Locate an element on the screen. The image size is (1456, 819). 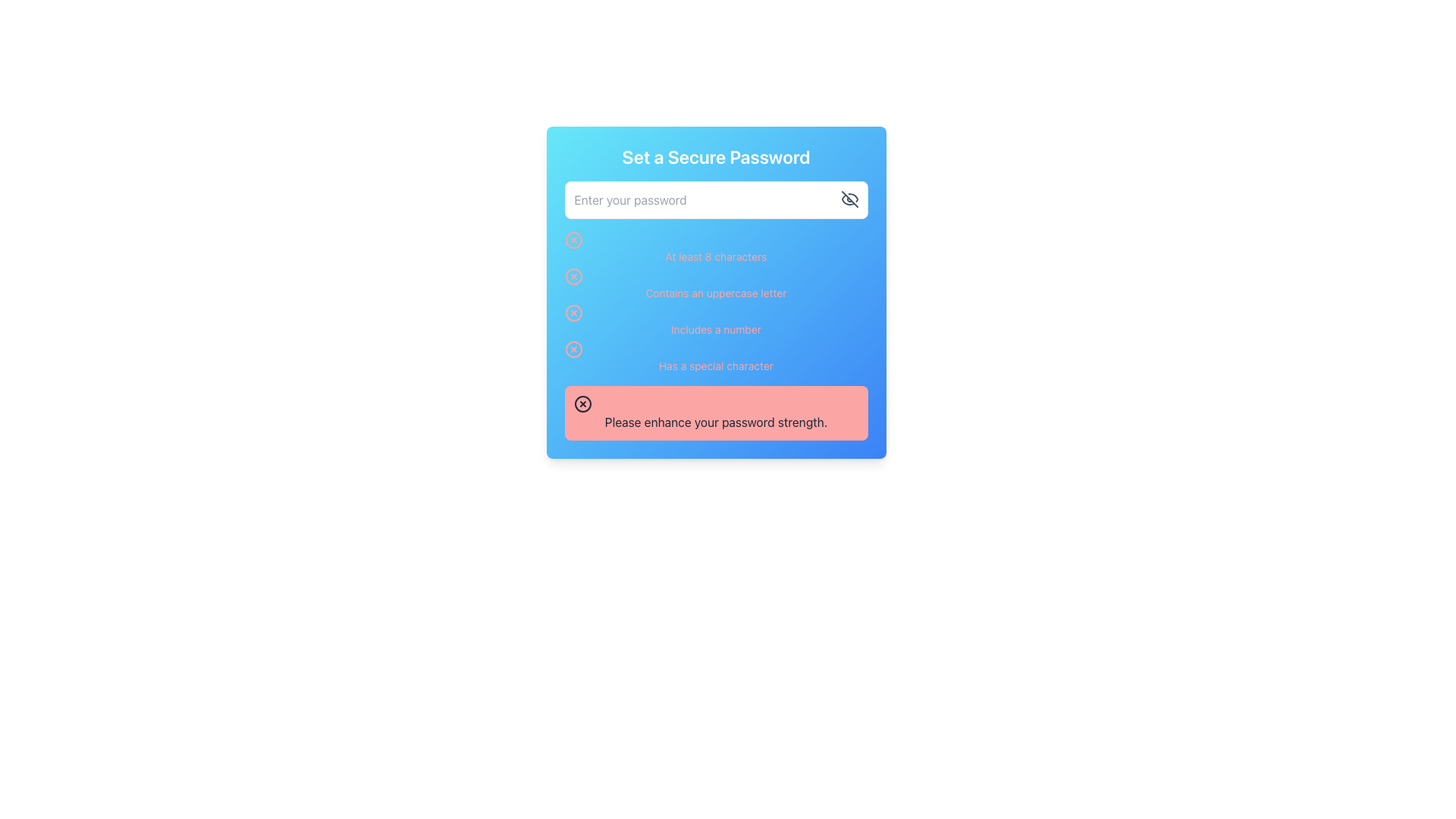
the password requirement indicator text and icon, which specifies that the password must be at least 8 characters long and is positioned below the password input field in the password strength checker section is located at coordinates (715, 247).